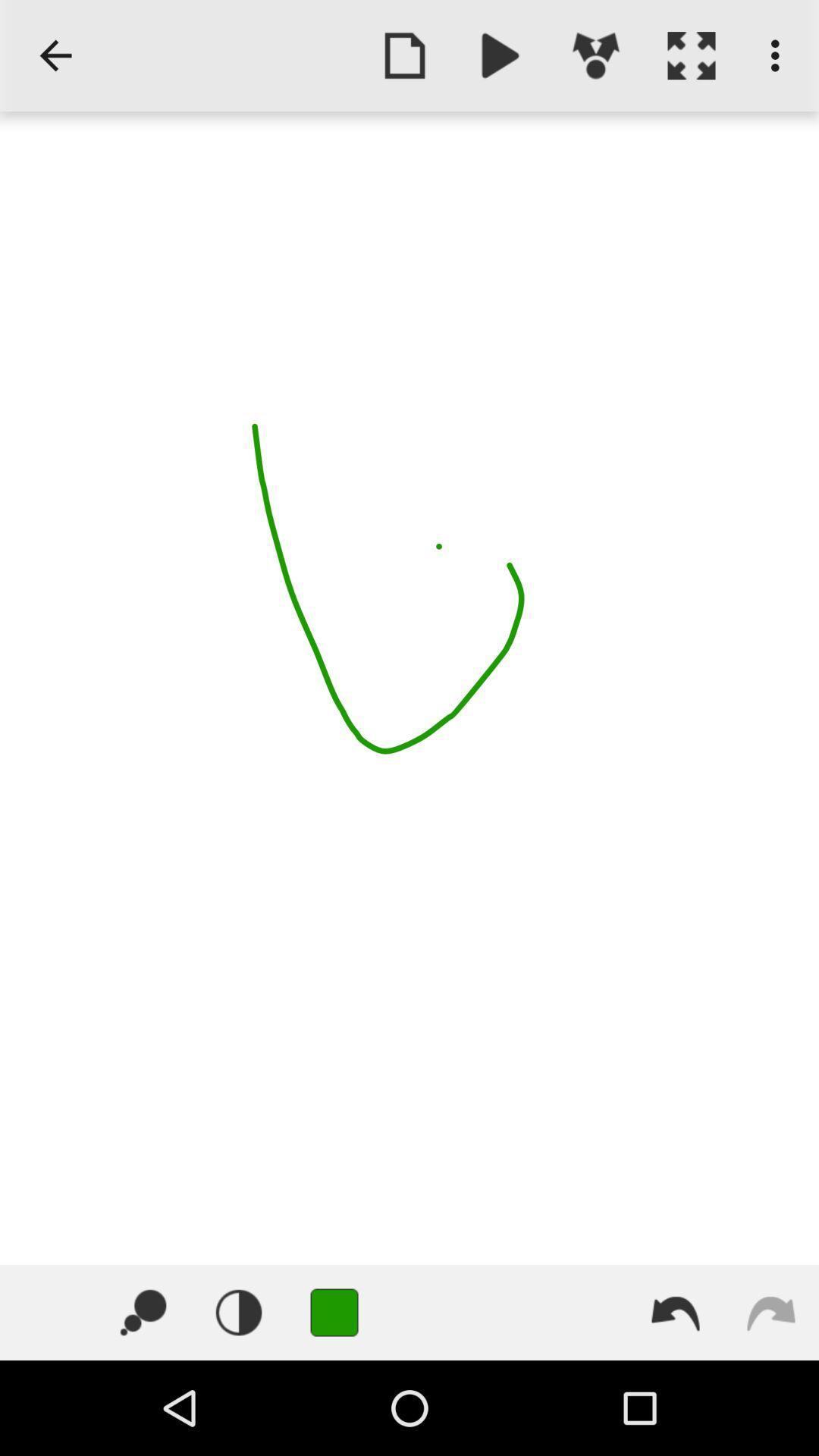  I want to click on the undo icon, so click(675, 1312).